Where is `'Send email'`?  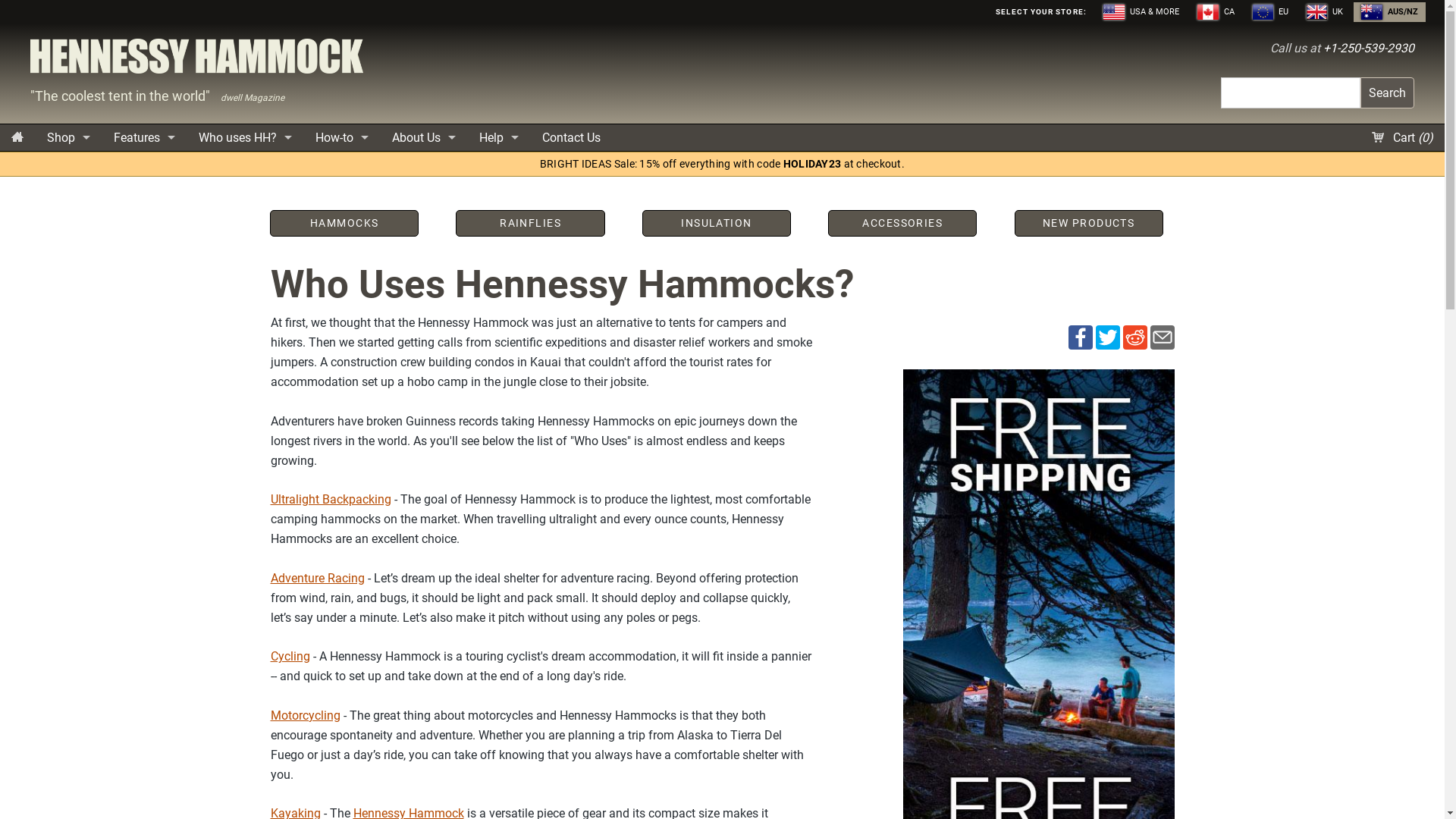
'Send email' is located at coordinates (1160, 336).